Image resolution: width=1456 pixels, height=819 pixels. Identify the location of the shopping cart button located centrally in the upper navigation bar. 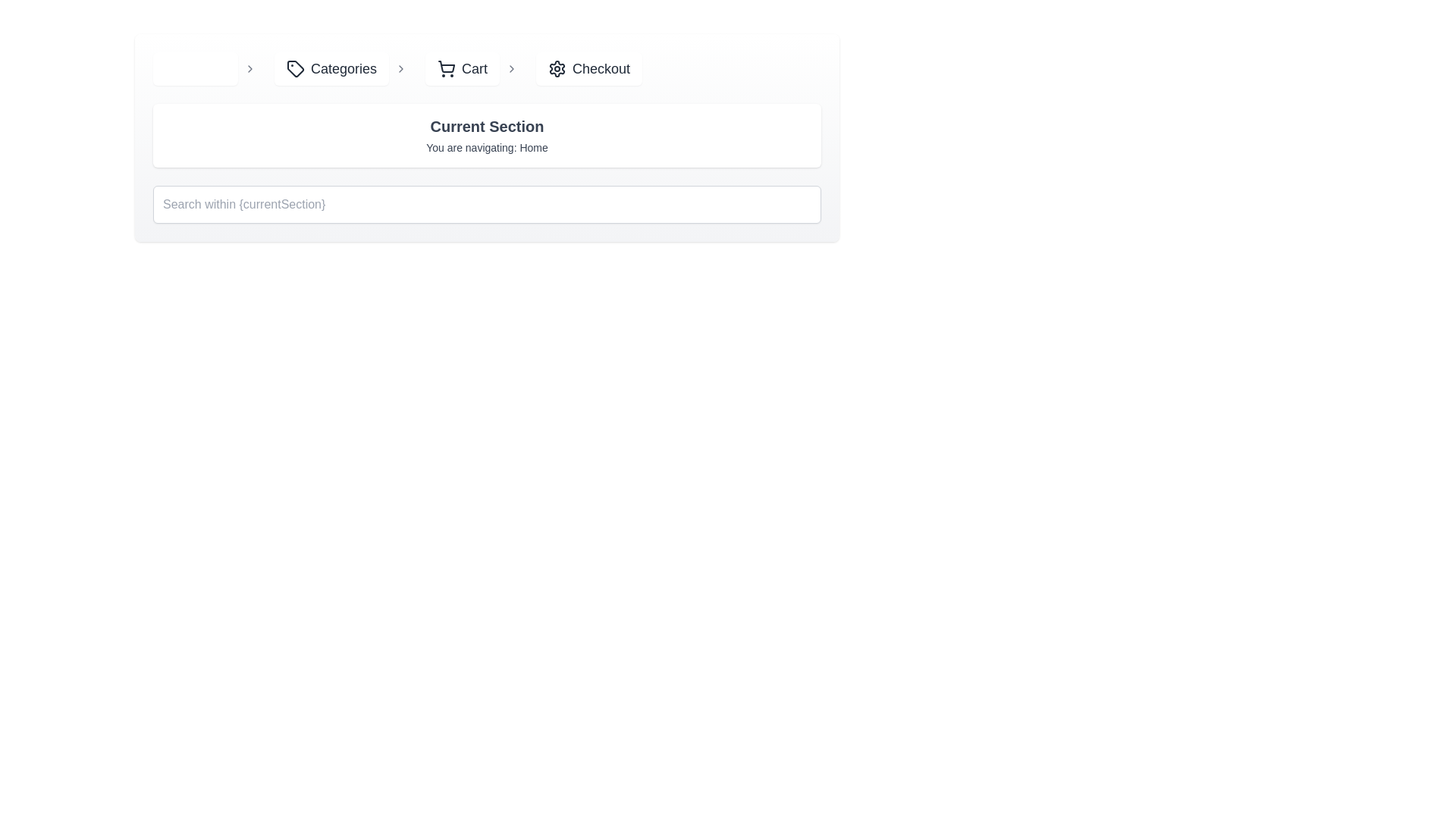
(461, 69).